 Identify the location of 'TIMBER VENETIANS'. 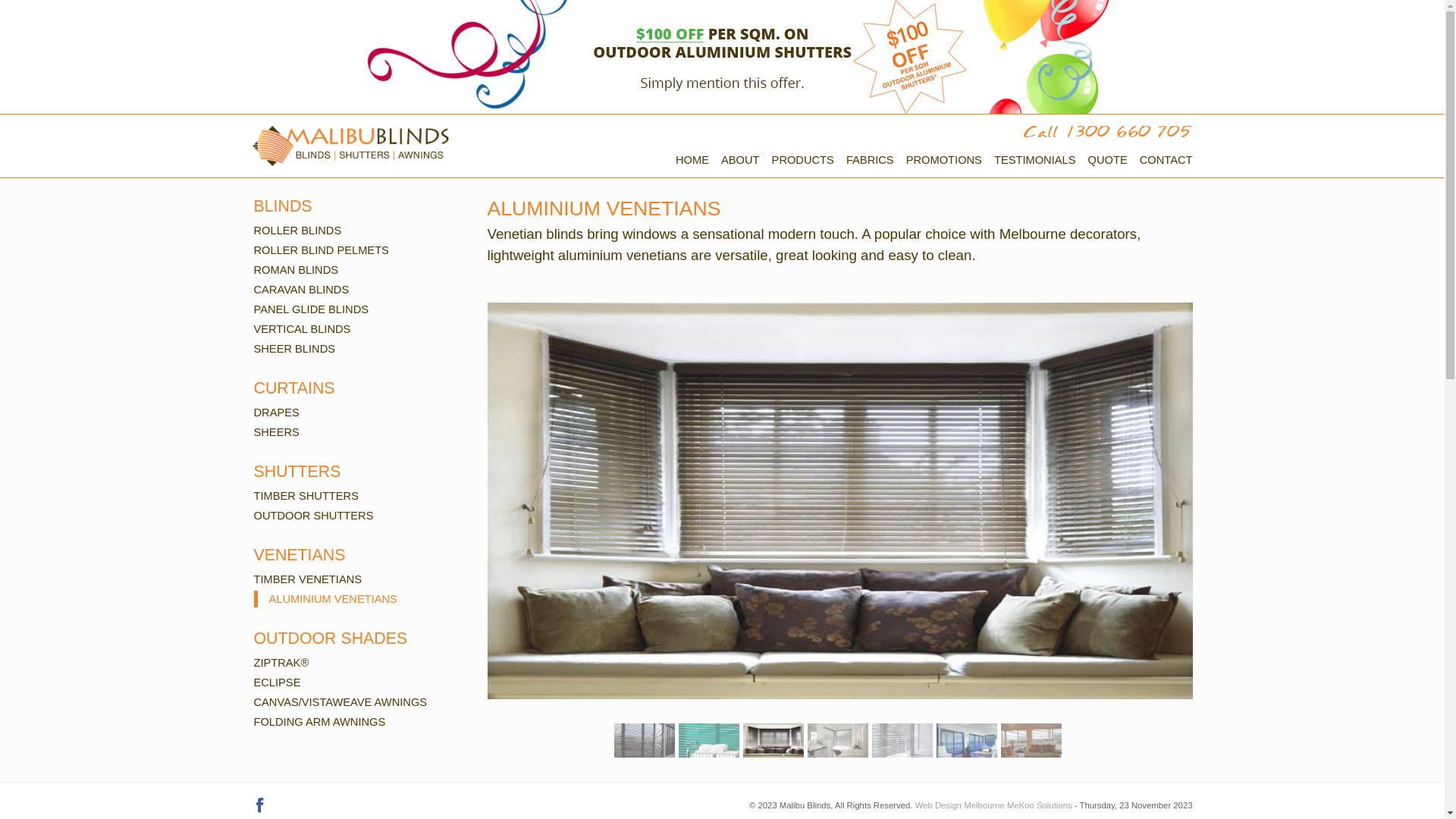
(359, 579).